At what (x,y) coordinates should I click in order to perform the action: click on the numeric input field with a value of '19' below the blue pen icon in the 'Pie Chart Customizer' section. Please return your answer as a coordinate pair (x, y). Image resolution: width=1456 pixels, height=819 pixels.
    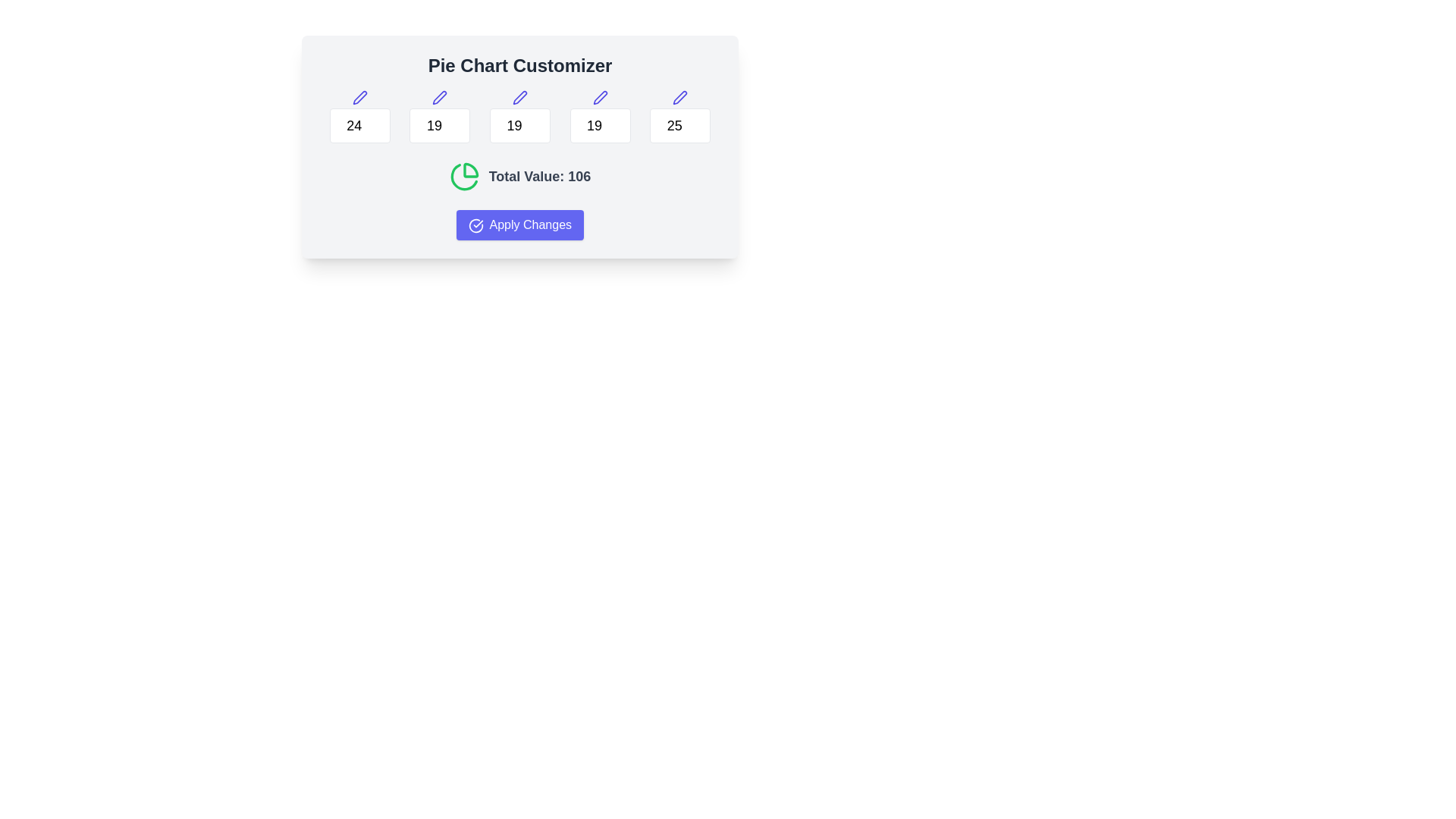
    Looking at the image, I should click on (439, 116).